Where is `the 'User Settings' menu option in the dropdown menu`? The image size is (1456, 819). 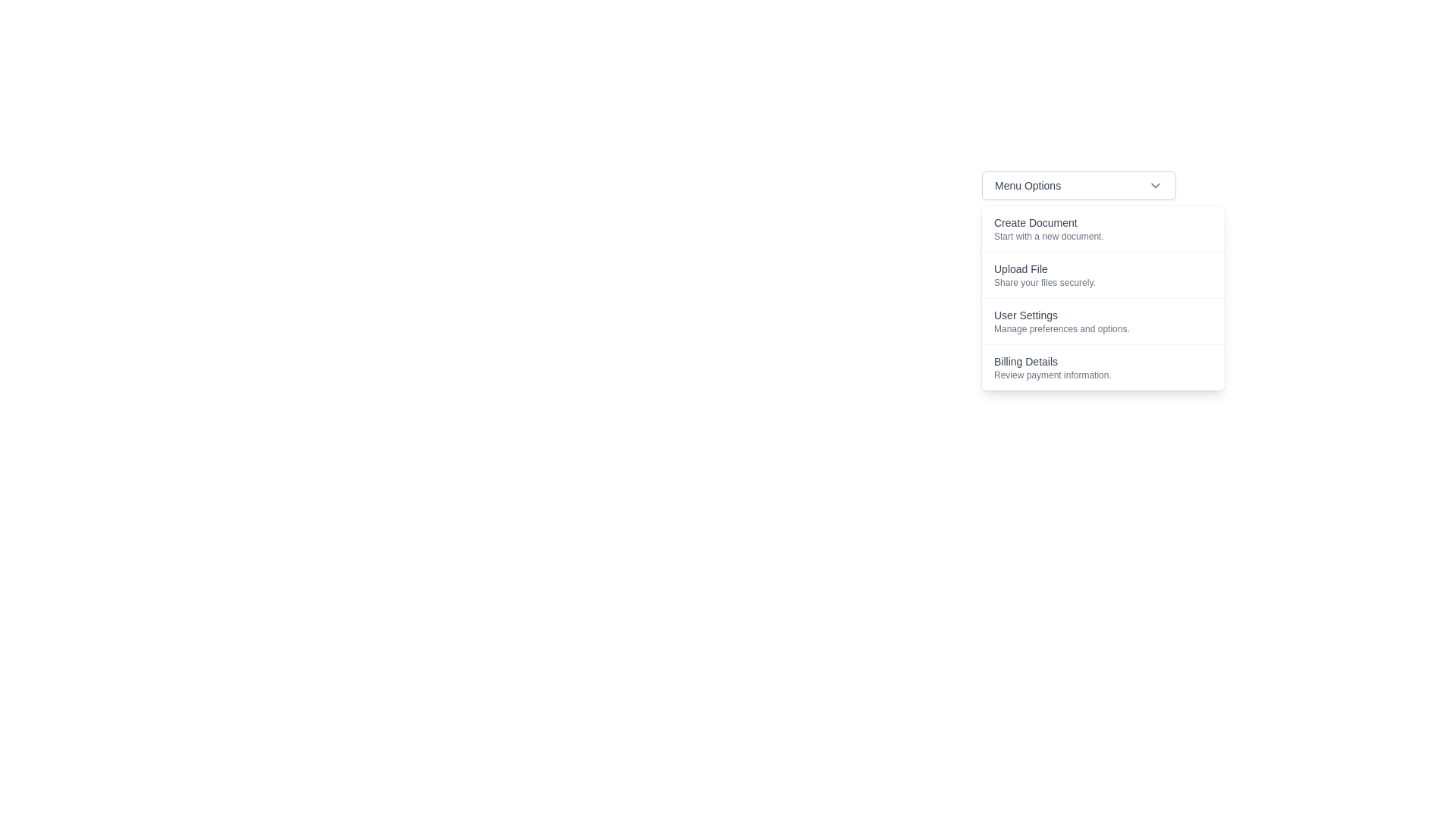
the 'User Settings' menu option in the dropdown menu is located at coordinates (1103, 320).